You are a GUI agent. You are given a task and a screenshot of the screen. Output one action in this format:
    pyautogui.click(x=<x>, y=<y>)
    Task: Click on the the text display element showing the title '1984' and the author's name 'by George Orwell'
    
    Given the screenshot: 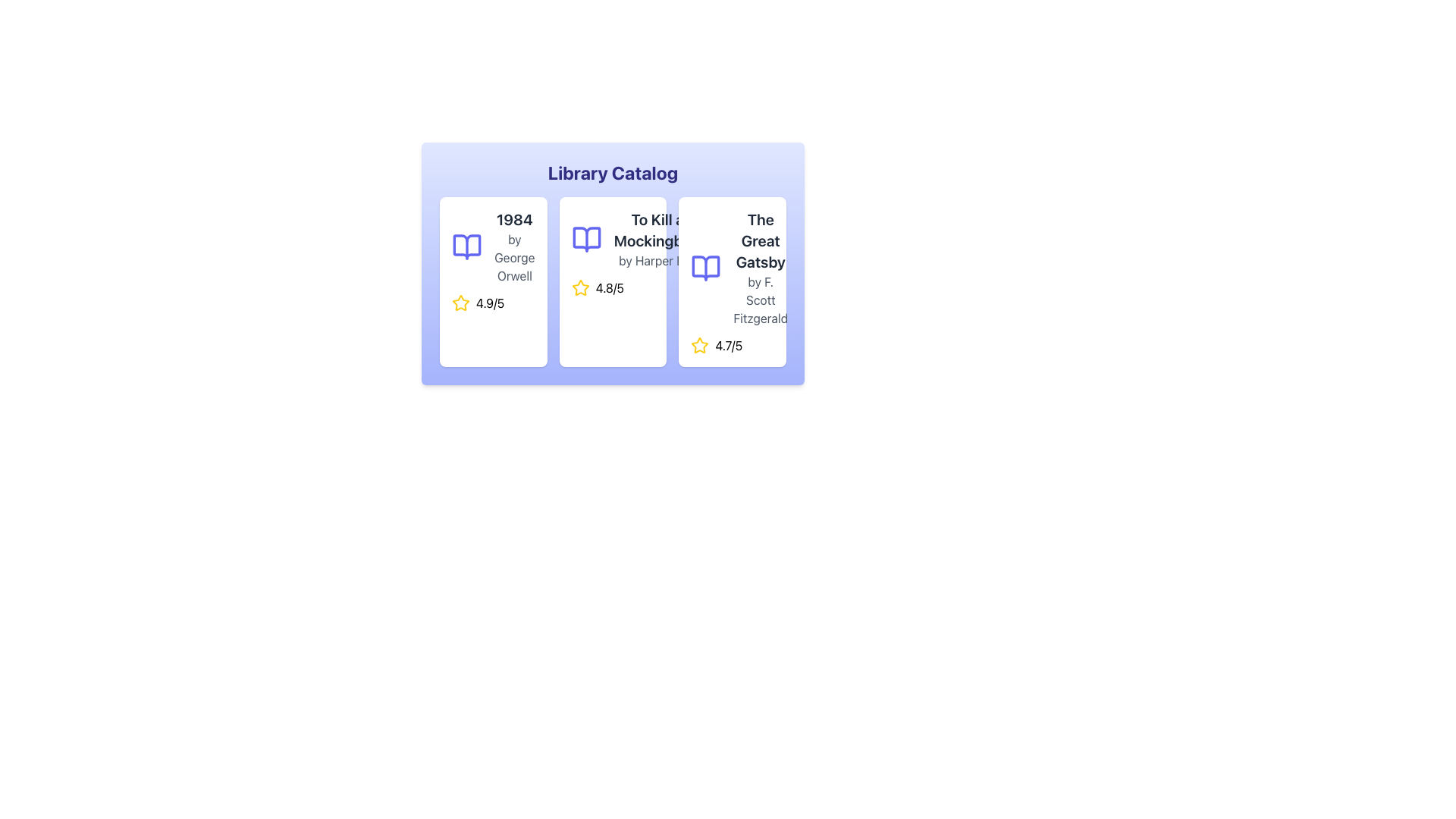 What is the action you would take?
    pyautogui.click(x=514, y=246)
    